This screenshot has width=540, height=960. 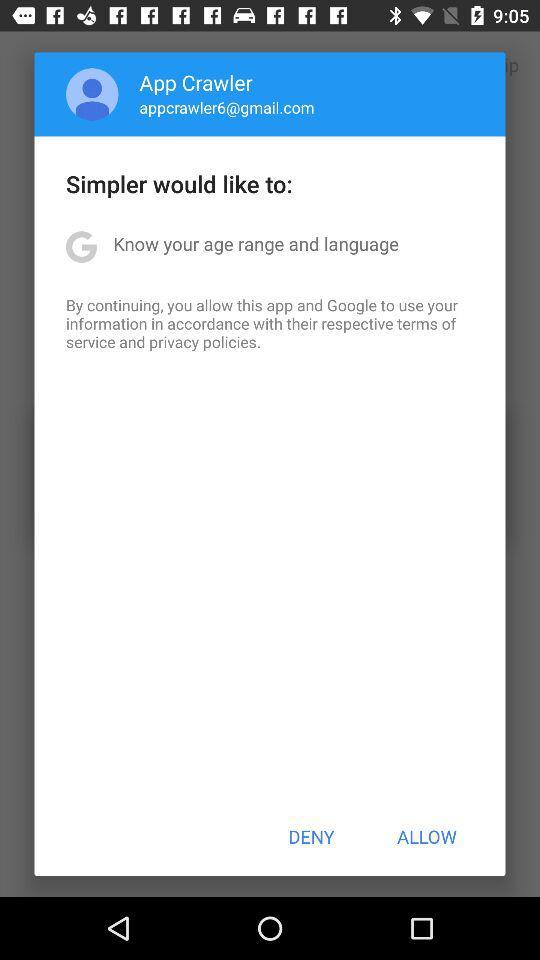 I want to click on the appcrawler6@gmail.com app, so click(x=226, y=107).